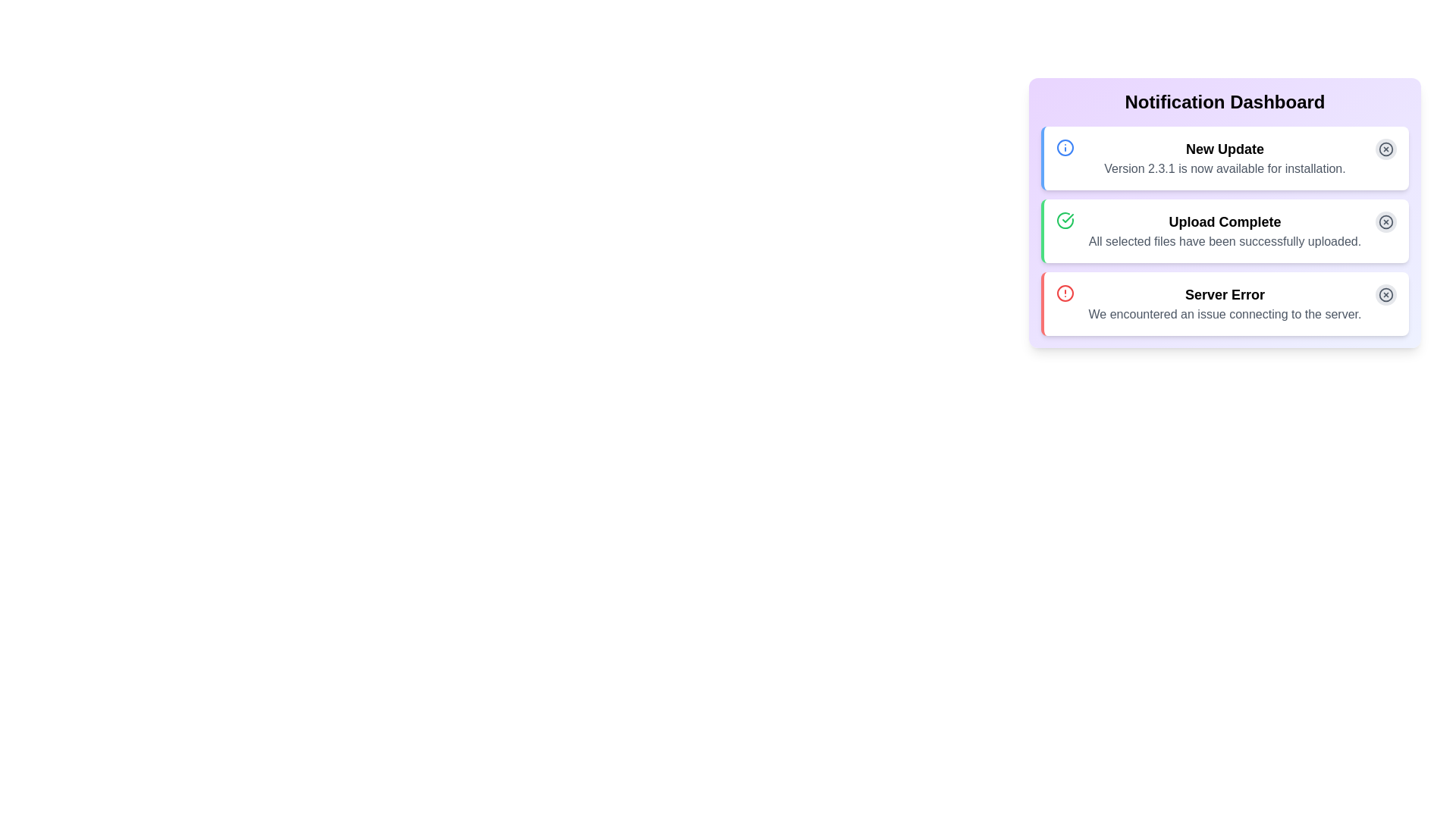 This screenshot has height=819, width=1456. I want to click on the SVG Circle that serves as the boundary of the crossed-circle icon in the 'Server Error' notification, located at the bottom of the notification list, so click(1386, 295).